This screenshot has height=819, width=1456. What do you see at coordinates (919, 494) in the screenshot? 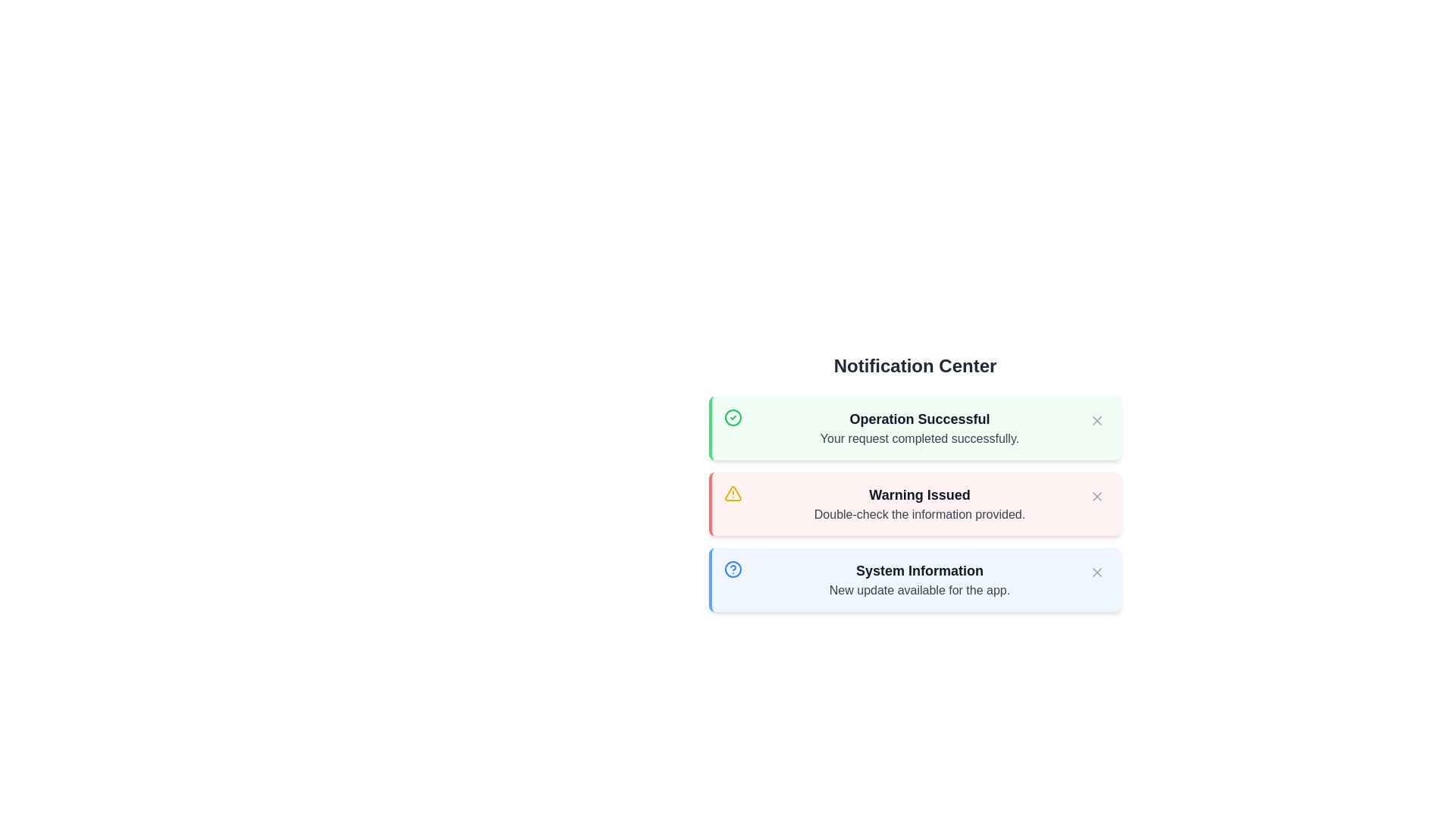
I see `the main title of the warning notification located in the second notification box between the 'Operation Successful' and 'System Information' notifications` at bounding box center [919, 494].